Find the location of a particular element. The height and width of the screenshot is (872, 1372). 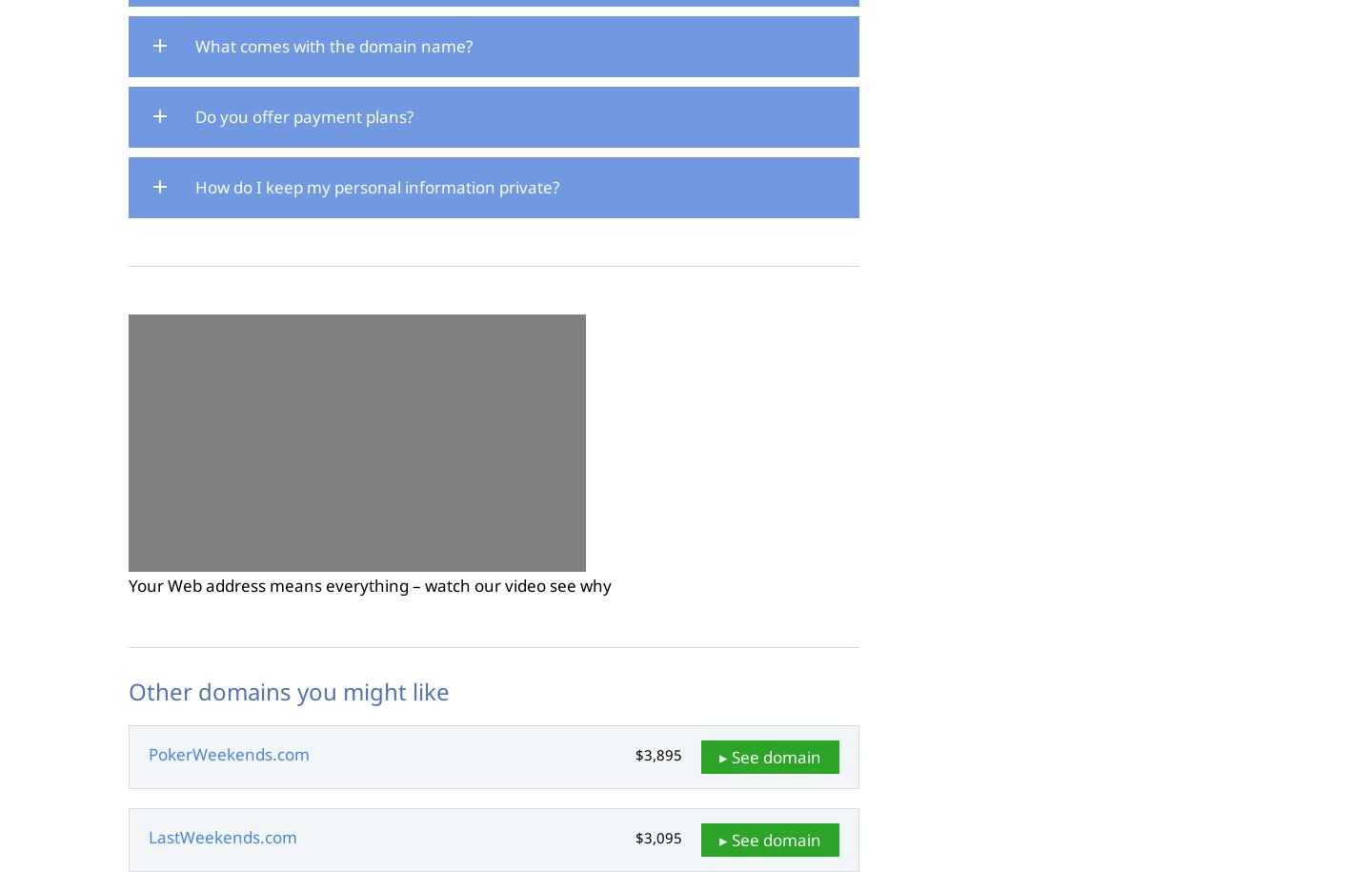

'How do I keep my personal information private?' is located at coordinates (195, 185).